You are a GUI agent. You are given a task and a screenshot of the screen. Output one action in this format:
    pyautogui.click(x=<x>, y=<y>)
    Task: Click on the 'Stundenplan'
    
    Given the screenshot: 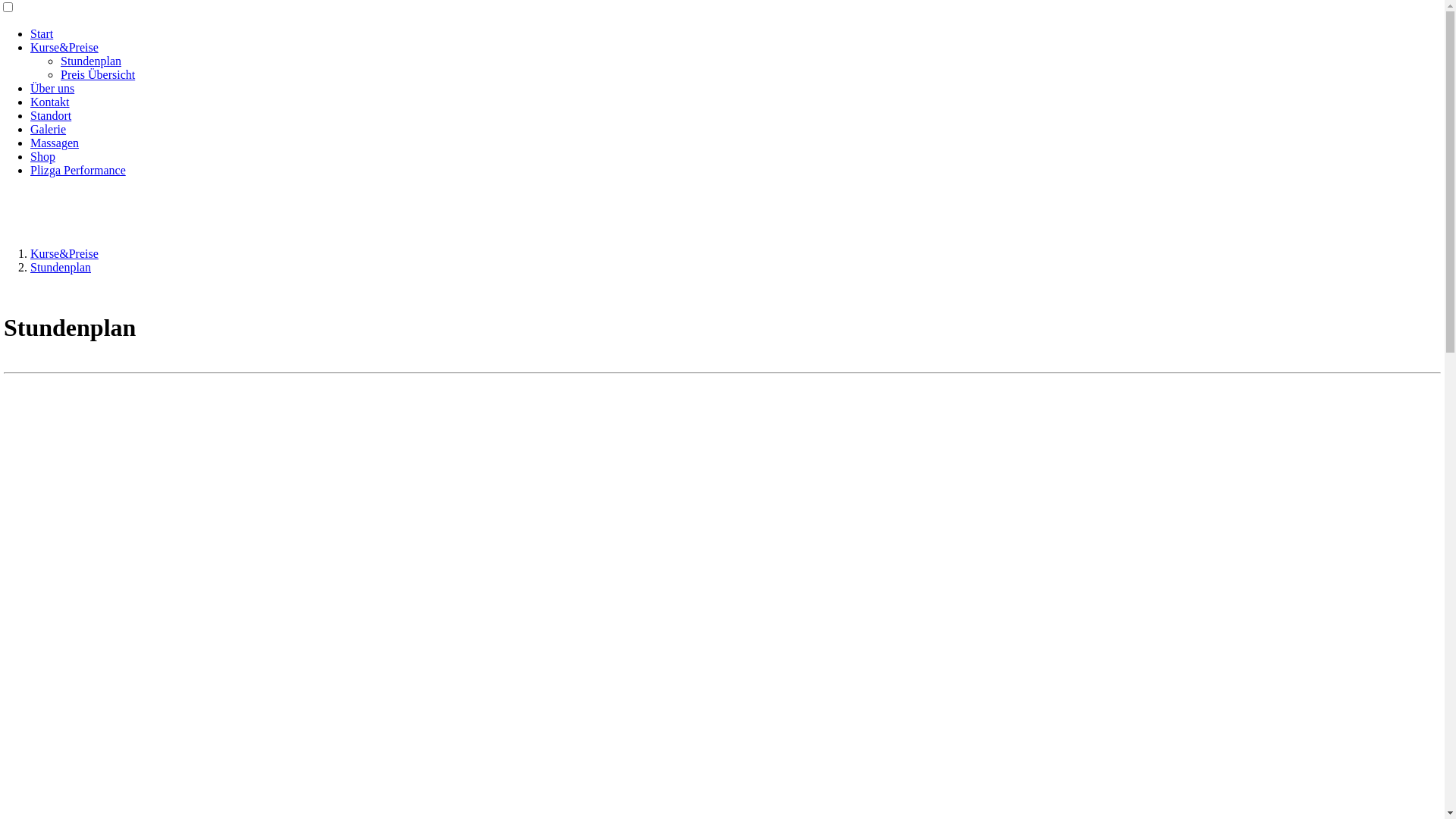 What is the action you would take?
    pyautogui.click(x=90, y=60)
    